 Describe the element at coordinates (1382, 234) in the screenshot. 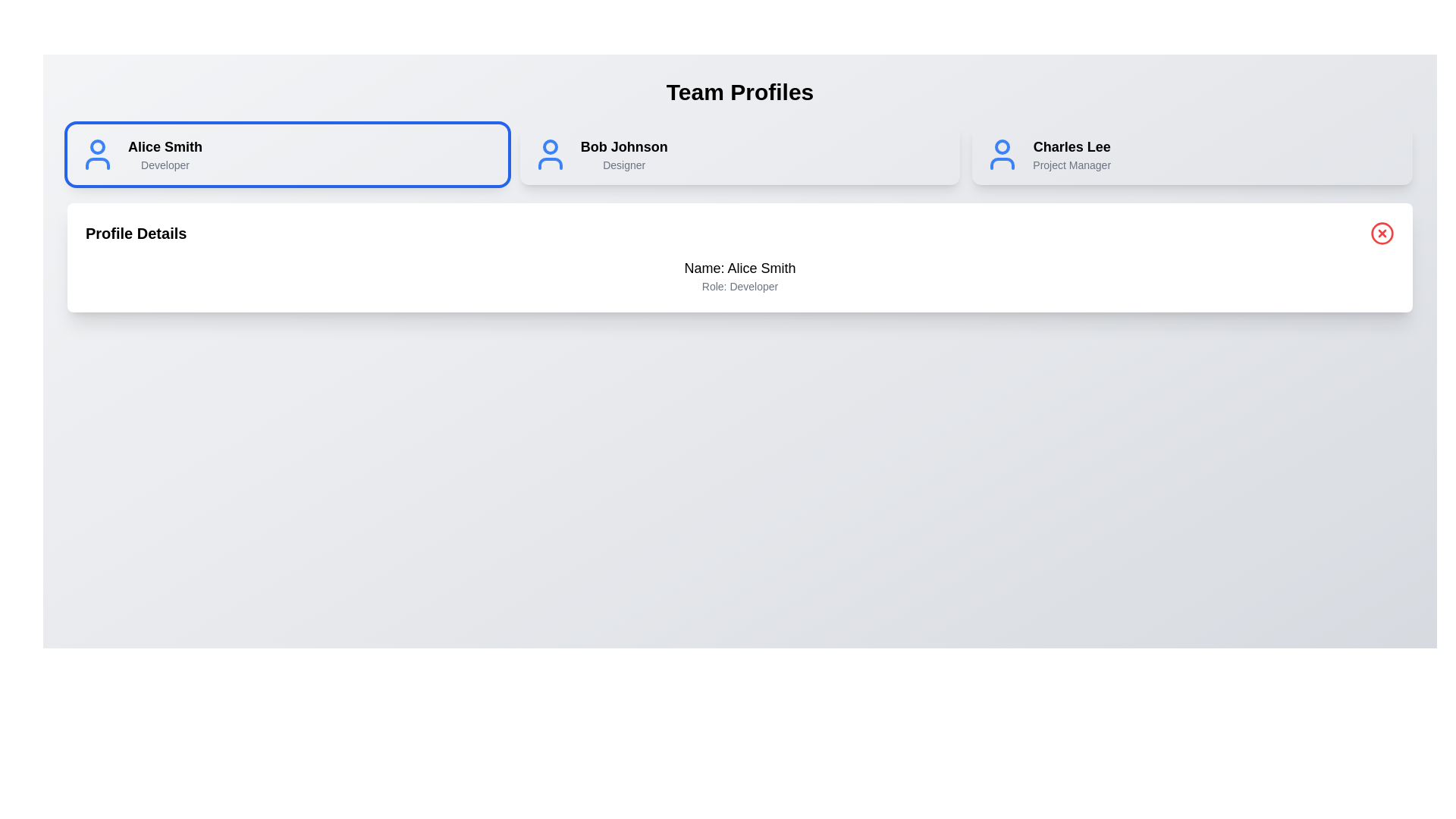

I see `the close button located on the far right of the 'Profile Details' section` at that location.